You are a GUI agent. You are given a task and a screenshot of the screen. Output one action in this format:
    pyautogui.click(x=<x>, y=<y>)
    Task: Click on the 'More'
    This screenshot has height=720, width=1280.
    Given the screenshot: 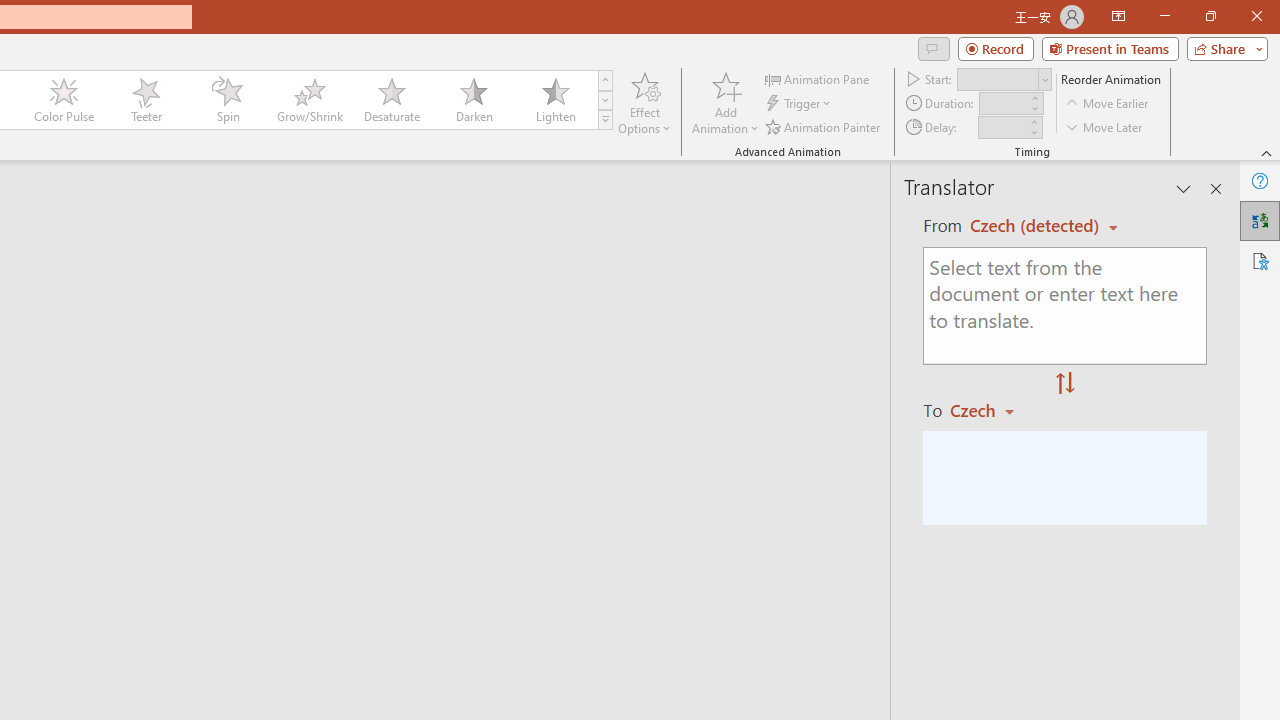 What is the action you would take?
    pyautogui.click(x=1033, y=121)
    